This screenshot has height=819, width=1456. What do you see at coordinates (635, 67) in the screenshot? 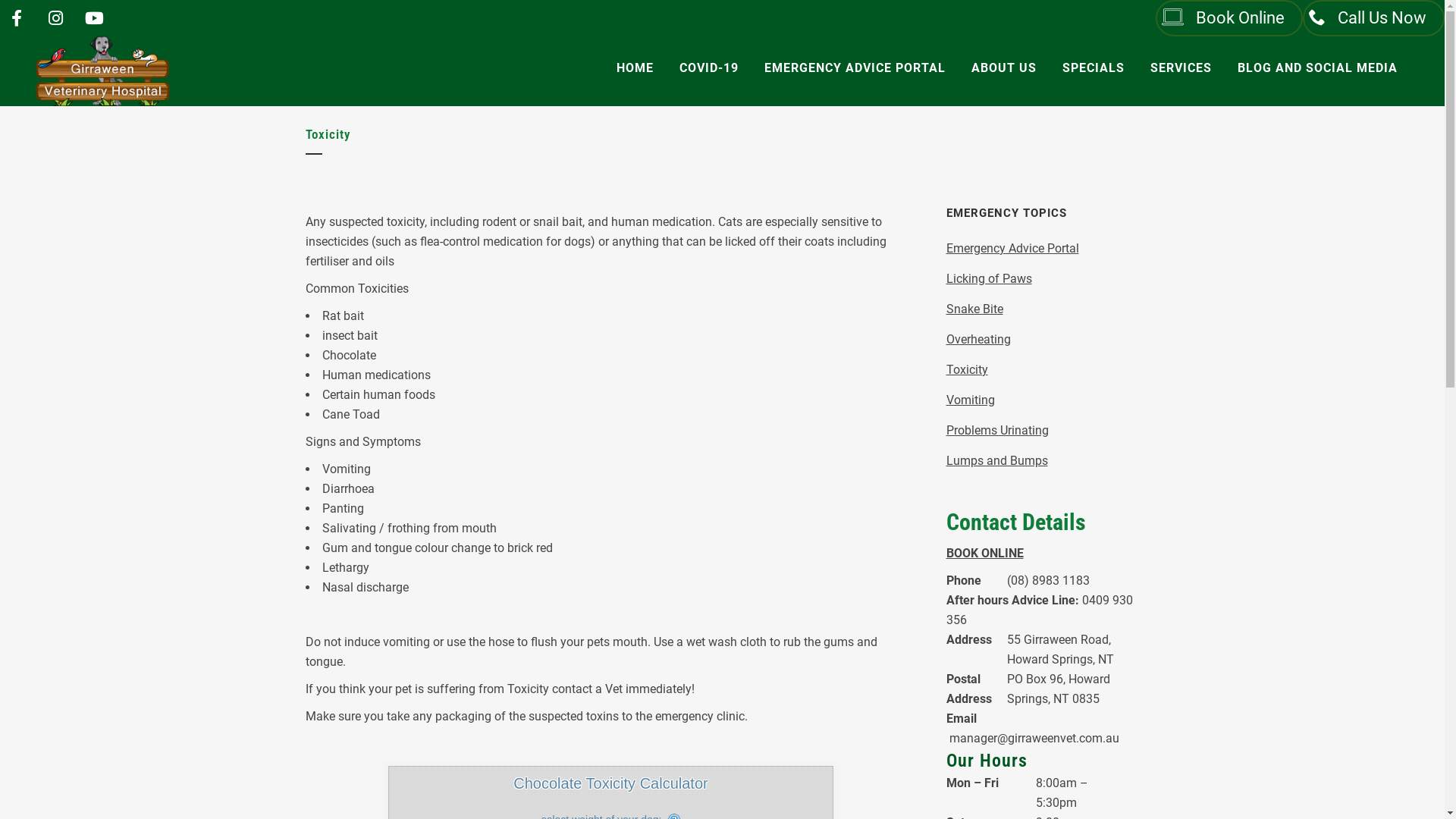
I see `'HOME'` at bounding box center [635, 67].